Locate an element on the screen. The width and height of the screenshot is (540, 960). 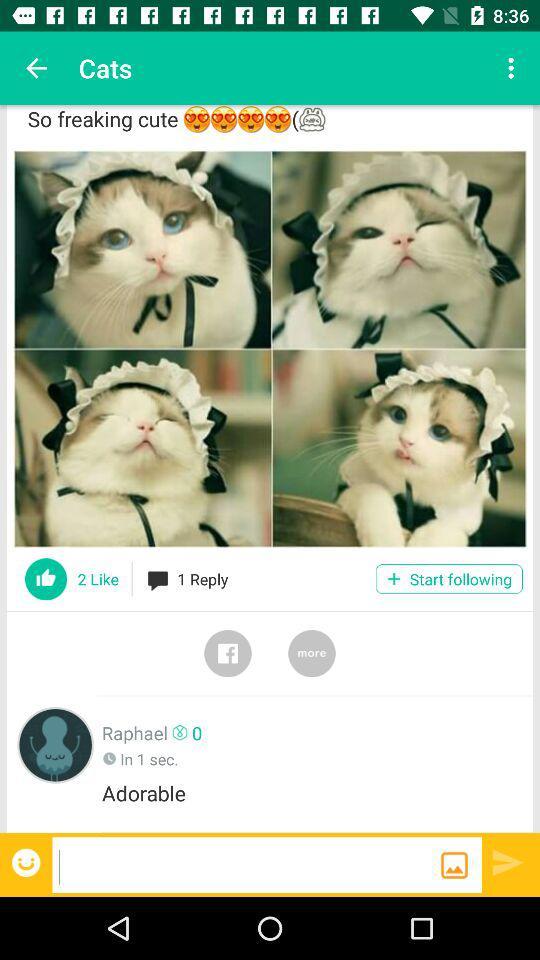
send is located at coordinates (508, 861).